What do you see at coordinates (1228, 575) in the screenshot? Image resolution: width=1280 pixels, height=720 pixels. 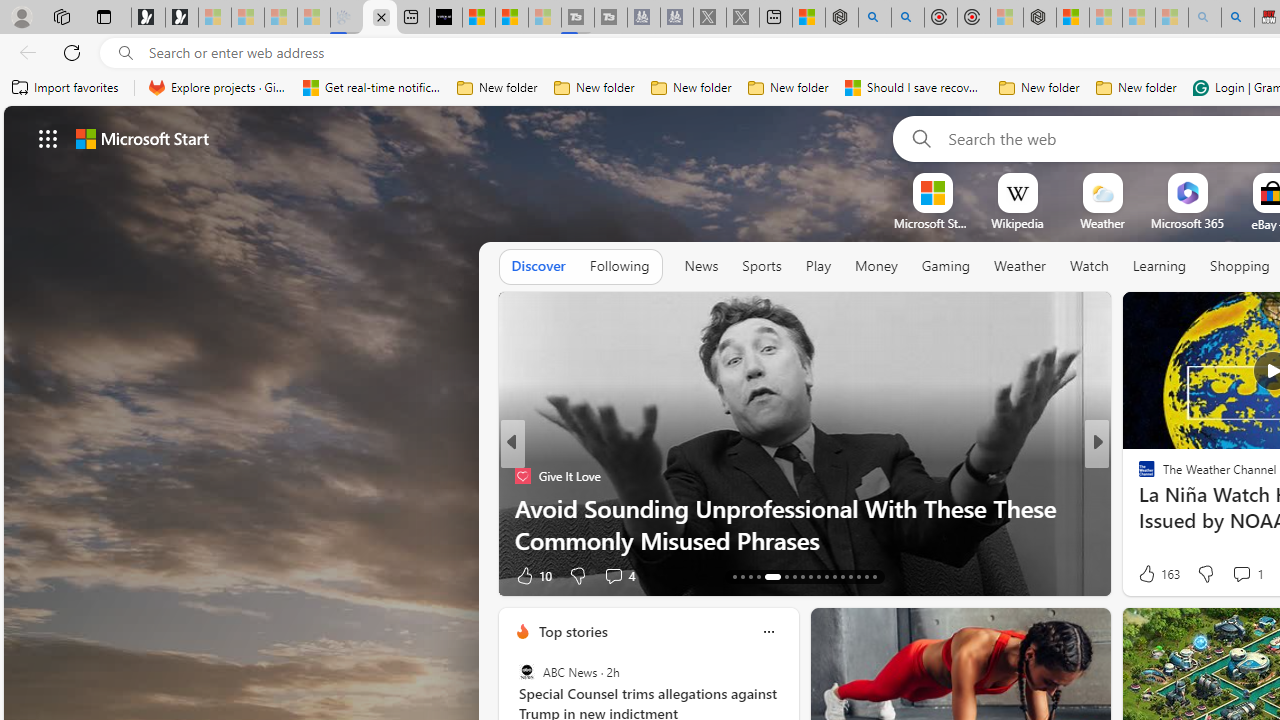 I see `'View comments 2 Comment'` at bounding box center [1228, 575].